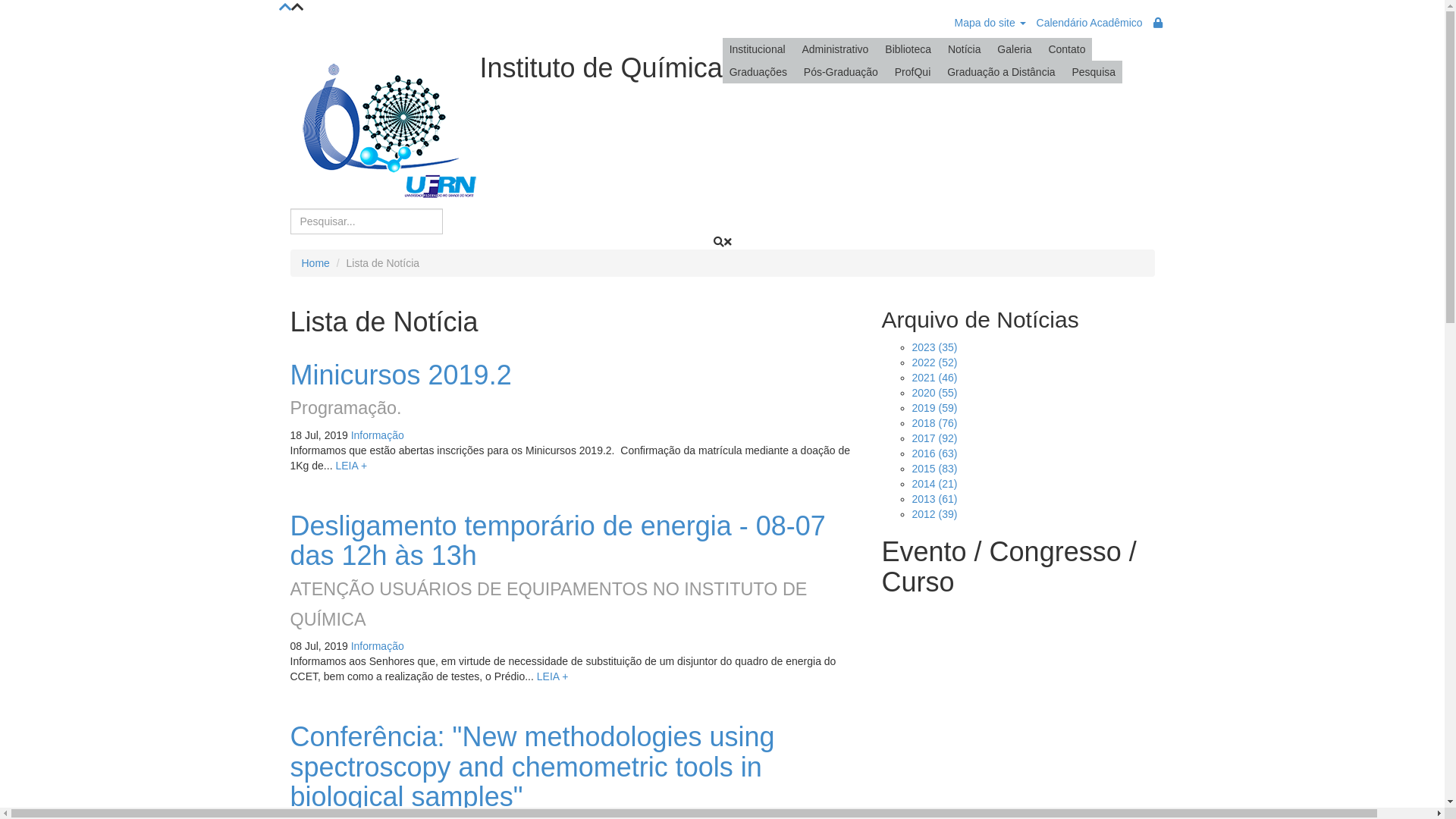 This screenshot has height=819, width=1456. I want to click on 'Contato', so click(1040, 49).